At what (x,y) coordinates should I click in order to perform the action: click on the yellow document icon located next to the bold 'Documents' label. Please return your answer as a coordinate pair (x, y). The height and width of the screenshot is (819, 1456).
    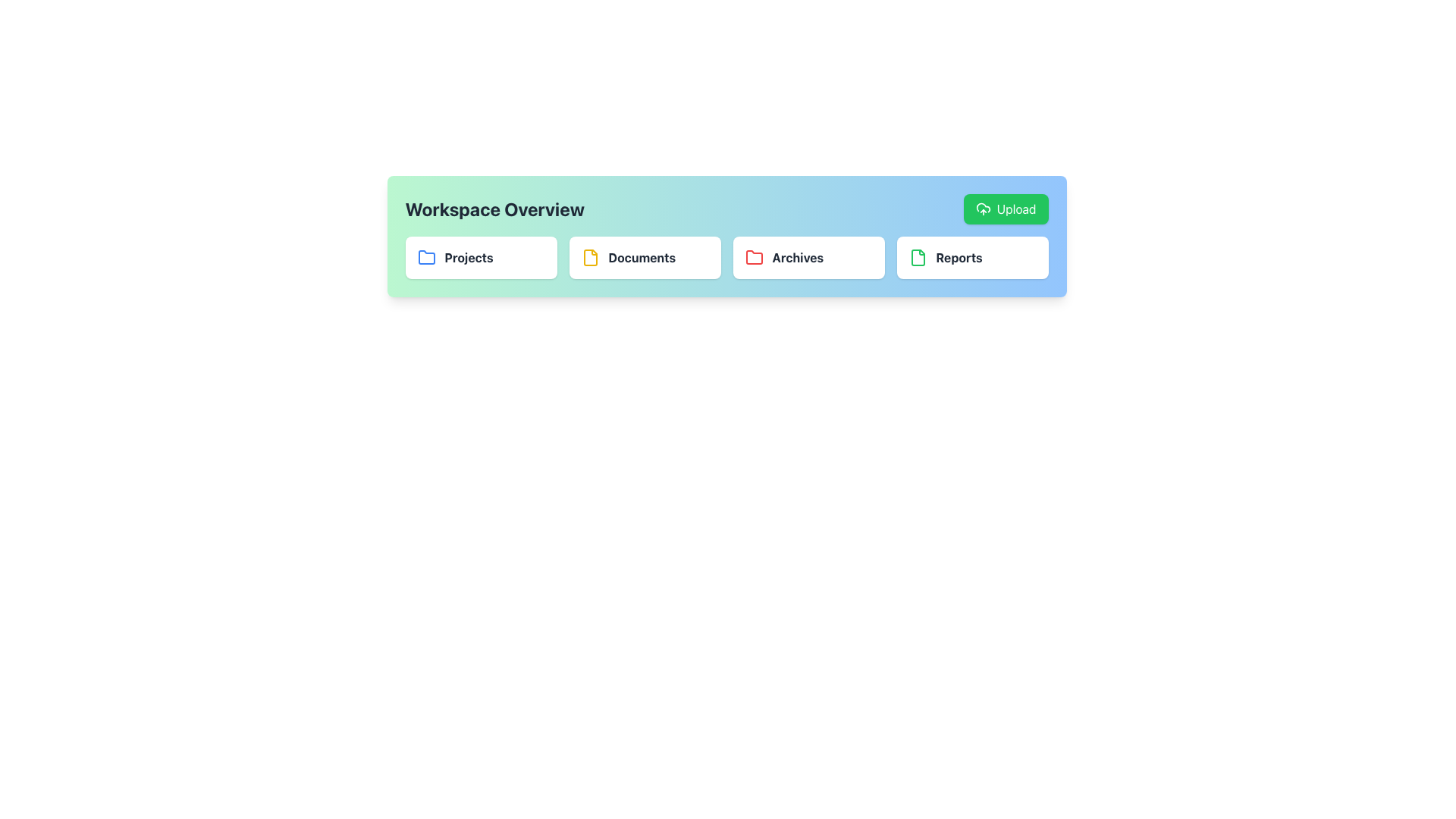
    Looking at the image, I should click on (589, 256).